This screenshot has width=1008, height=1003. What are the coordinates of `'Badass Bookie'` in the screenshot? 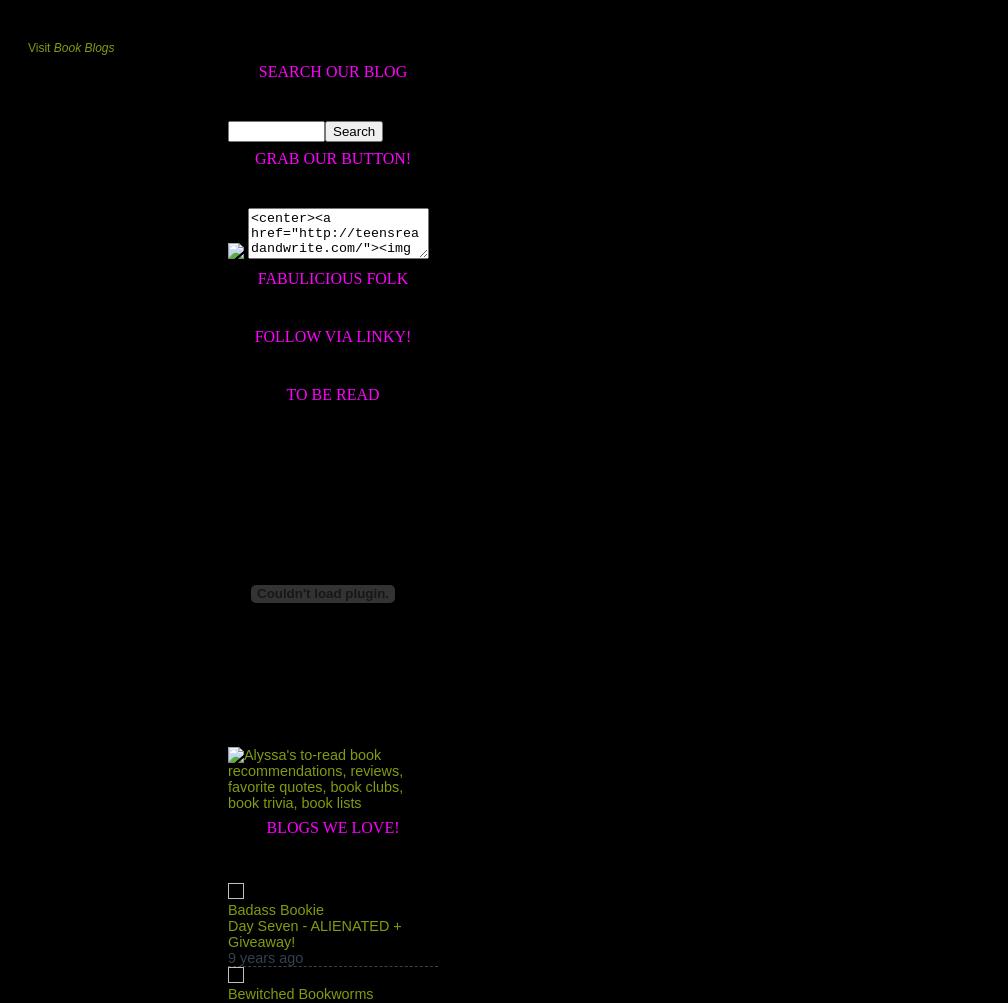 It's located at (275, 909).